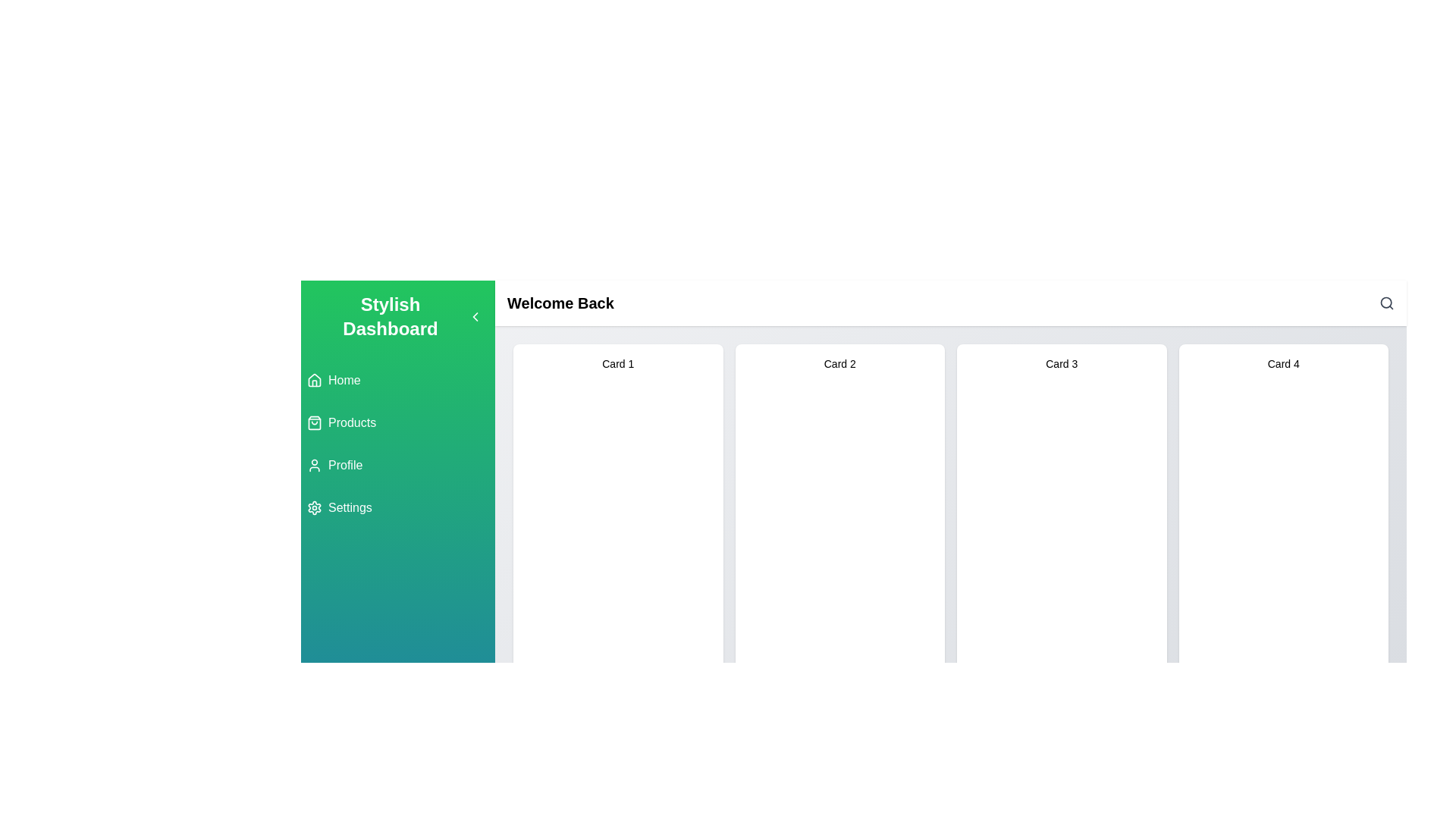 The image size is (1456, 819). I want to click on the 'Home' navigation label, so click(344, 379).